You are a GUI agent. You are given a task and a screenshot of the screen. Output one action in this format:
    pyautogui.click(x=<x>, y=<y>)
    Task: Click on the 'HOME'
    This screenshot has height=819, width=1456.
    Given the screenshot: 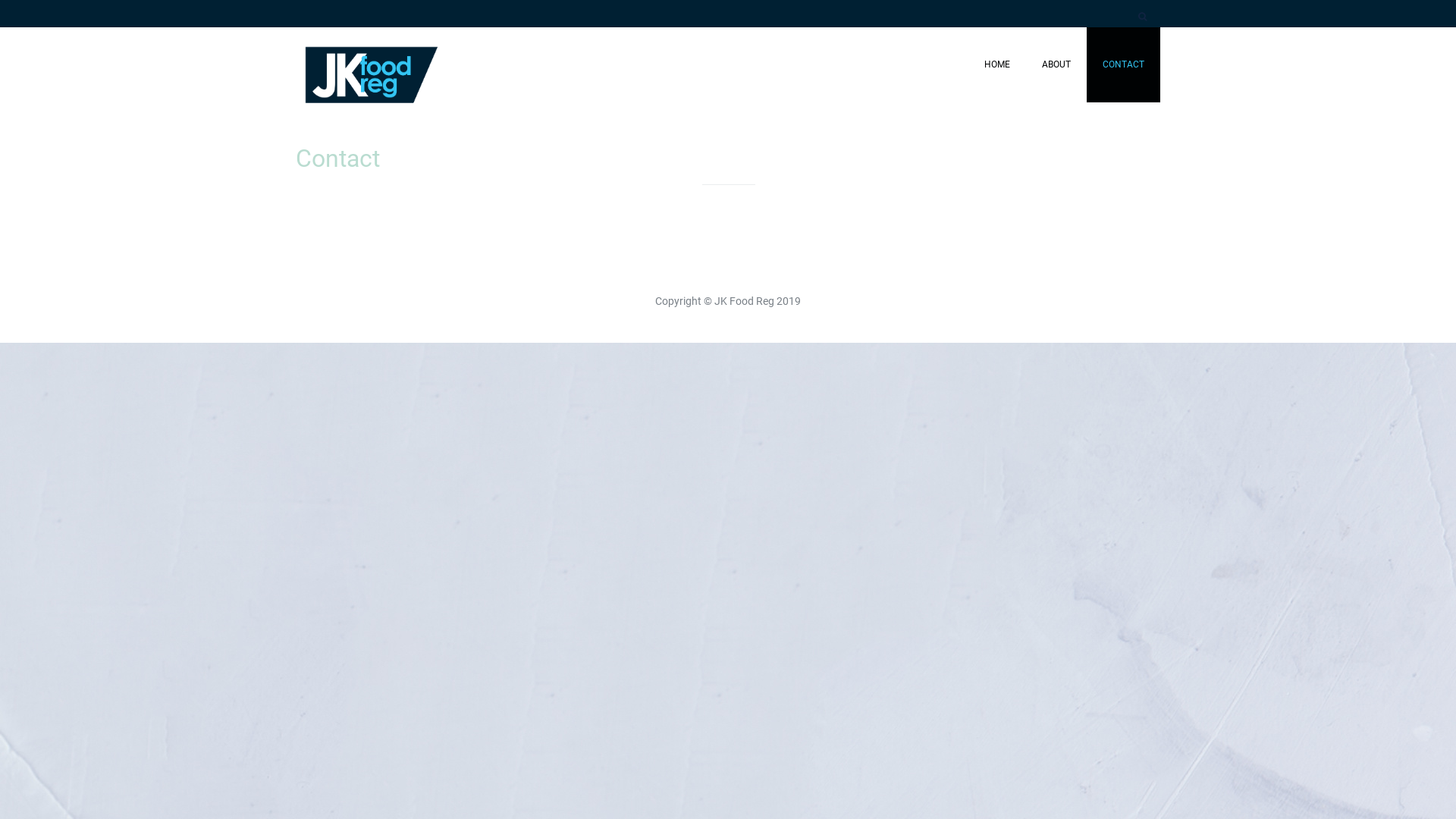 What is the action you would take?
    pyautogui.click(x=997, y=64)
    